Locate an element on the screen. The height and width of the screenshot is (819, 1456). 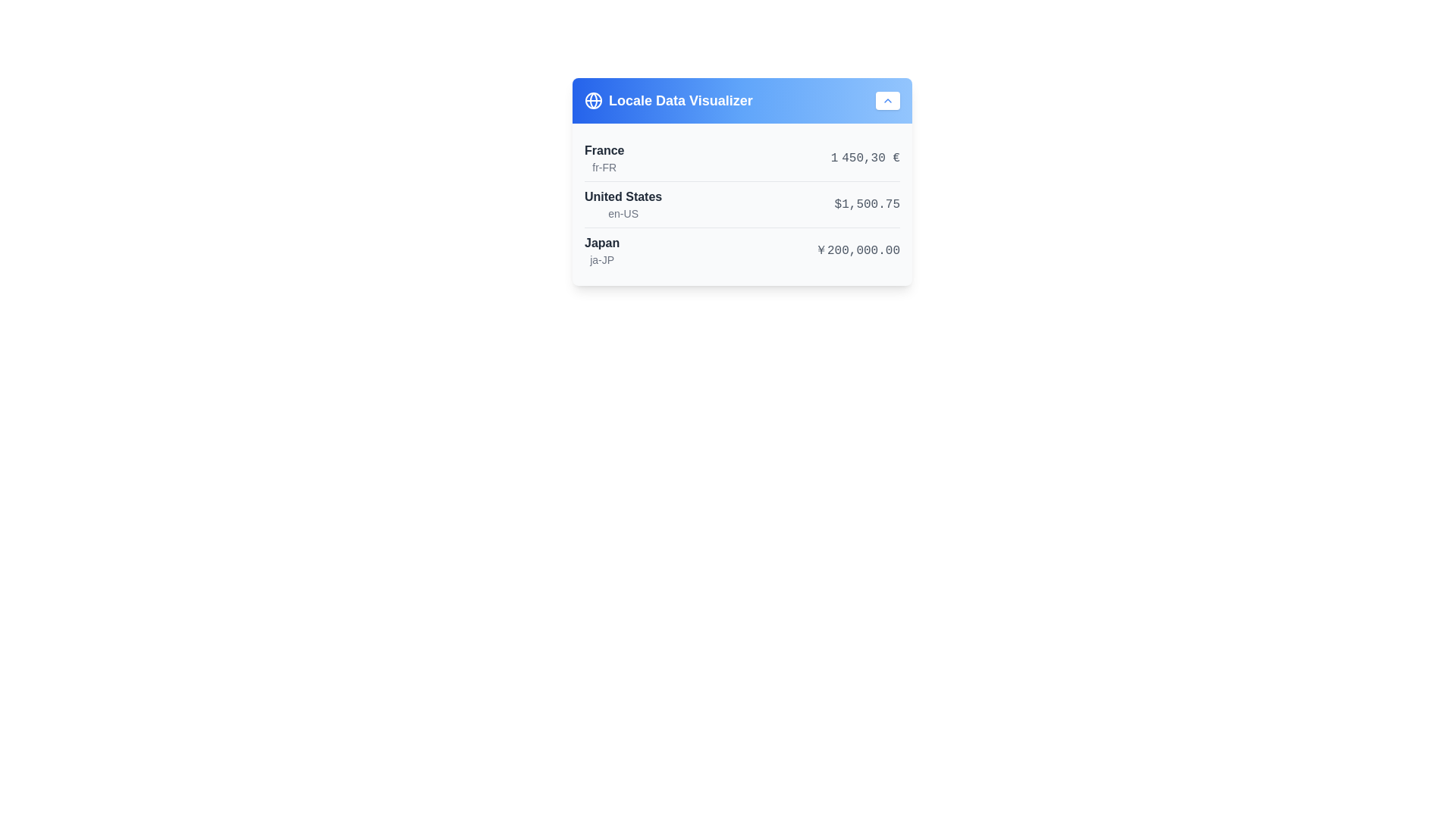
text element displaying 'Japan' in bold dark gray font and 'ja-JP' in smaller light gray font, located in the third row of the 'Locale Data Visualizer' card layout is located at coordinates (601, 250).